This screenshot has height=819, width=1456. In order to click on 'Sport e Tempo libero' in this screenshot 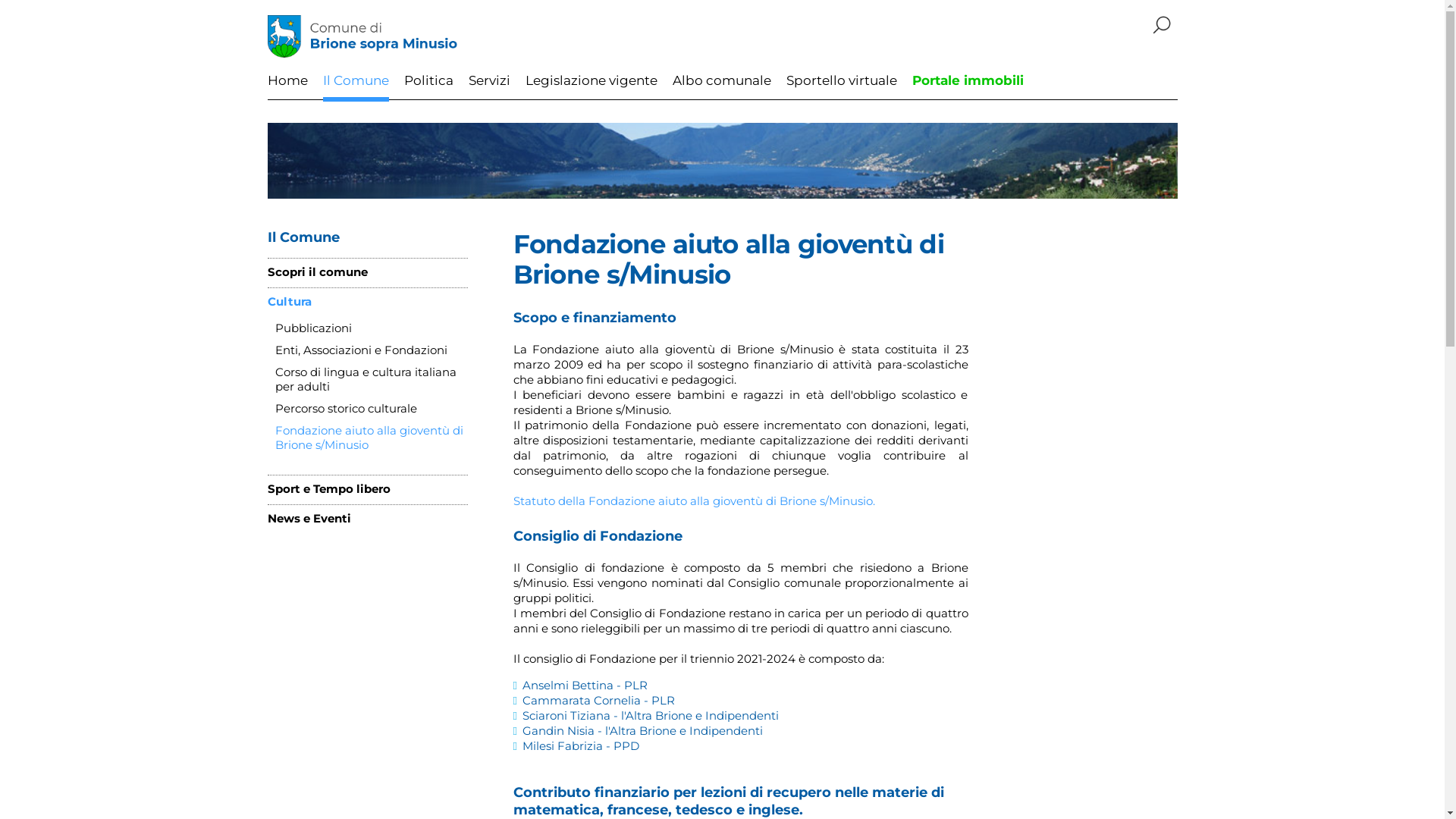, I will do `click(266, 488)`.